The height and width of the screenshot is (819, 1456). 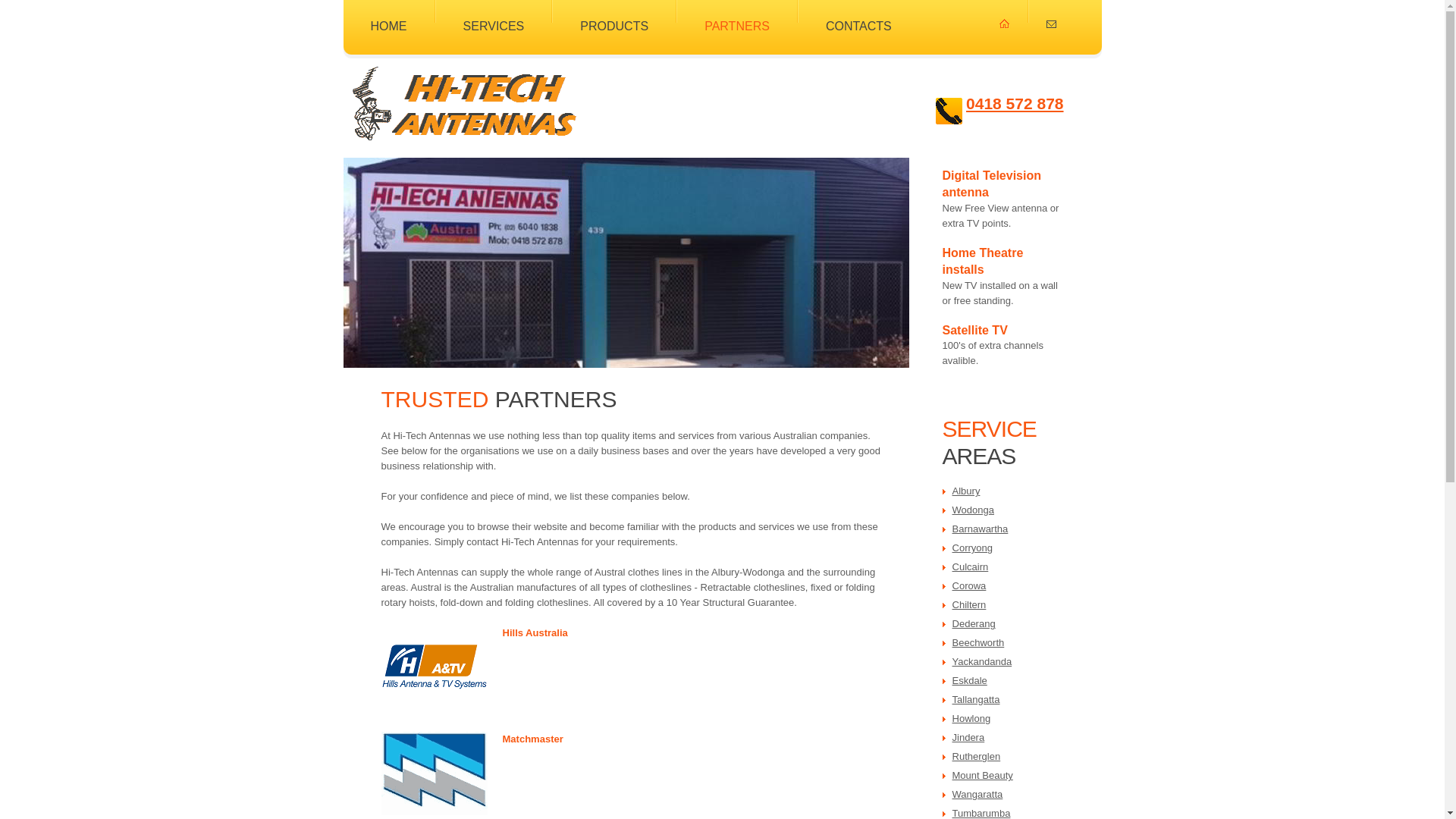 What do you see at coordinates (965, 491) in the screenshot?
I see `'Albury'` at bounding box center [965, 491].